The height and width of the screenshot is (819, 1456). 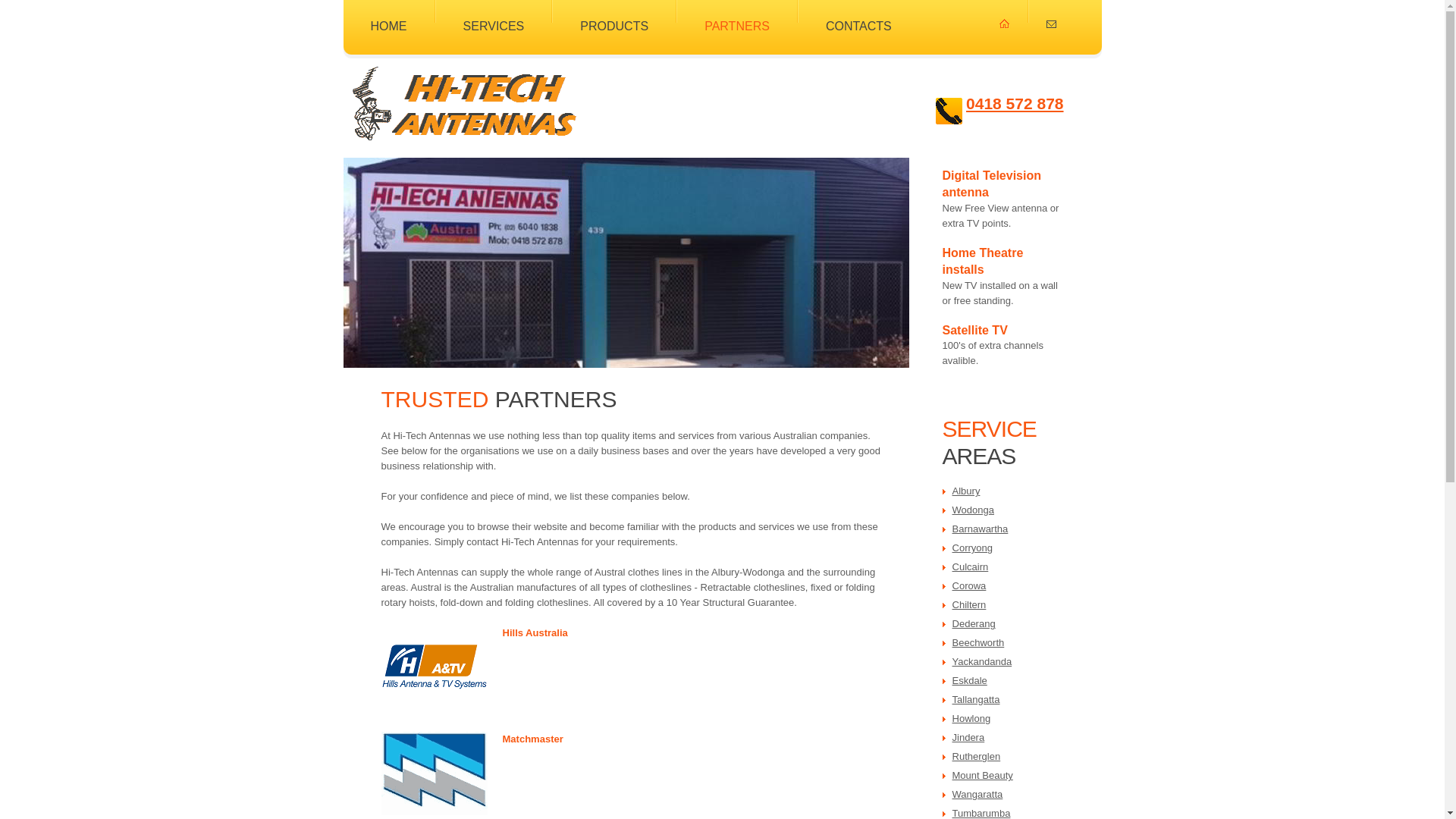 What do you see at coordinates (965, 491) in the screenshot?
I see `'Albury'` at bounding box center [965, 491].